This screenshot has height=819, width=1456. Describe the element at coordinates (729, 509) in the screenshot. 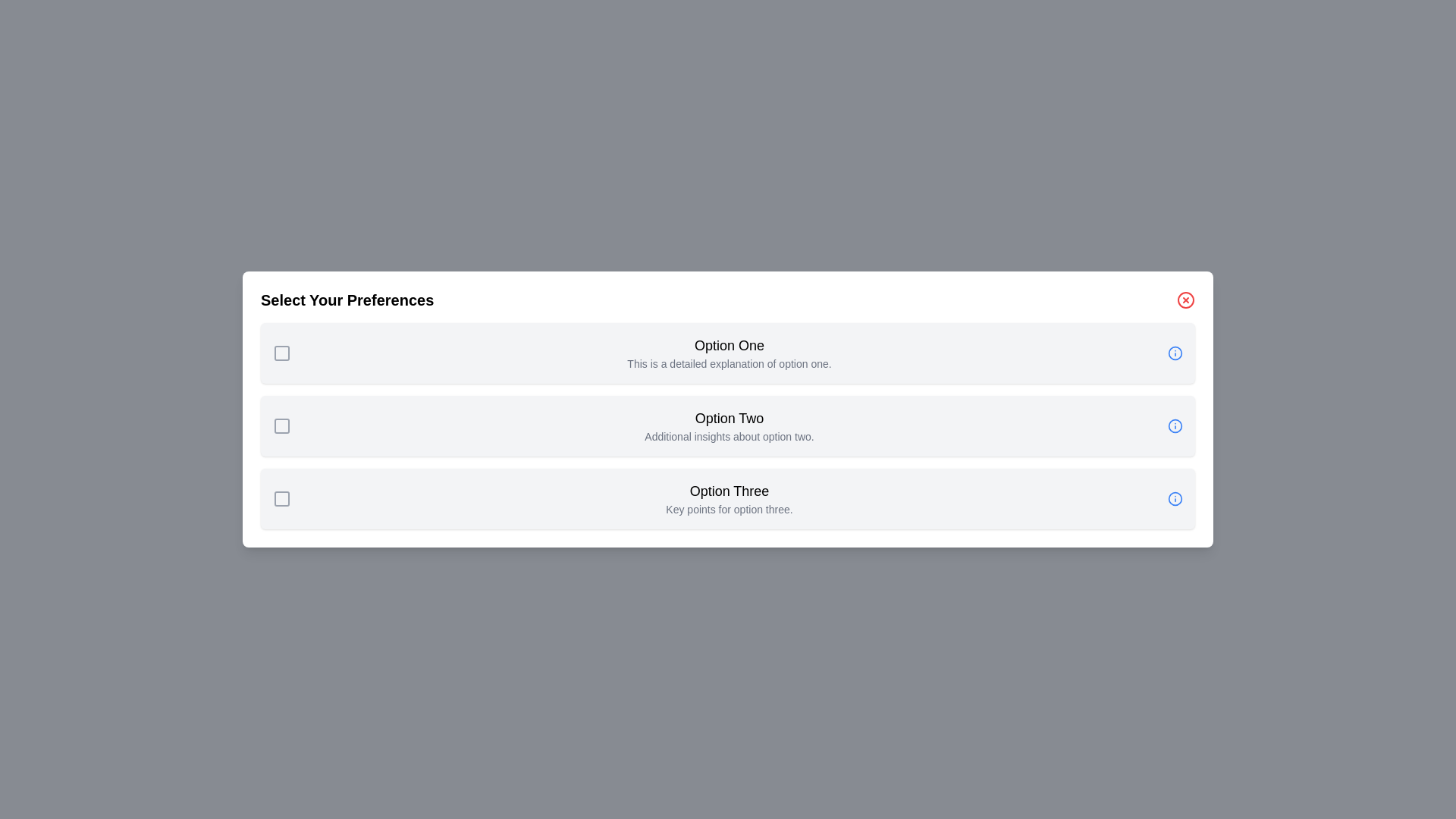

I see `the text label that provides additional descriptive information about 'Option Three', which is located underneath the 'Option Three' heading` at that location.